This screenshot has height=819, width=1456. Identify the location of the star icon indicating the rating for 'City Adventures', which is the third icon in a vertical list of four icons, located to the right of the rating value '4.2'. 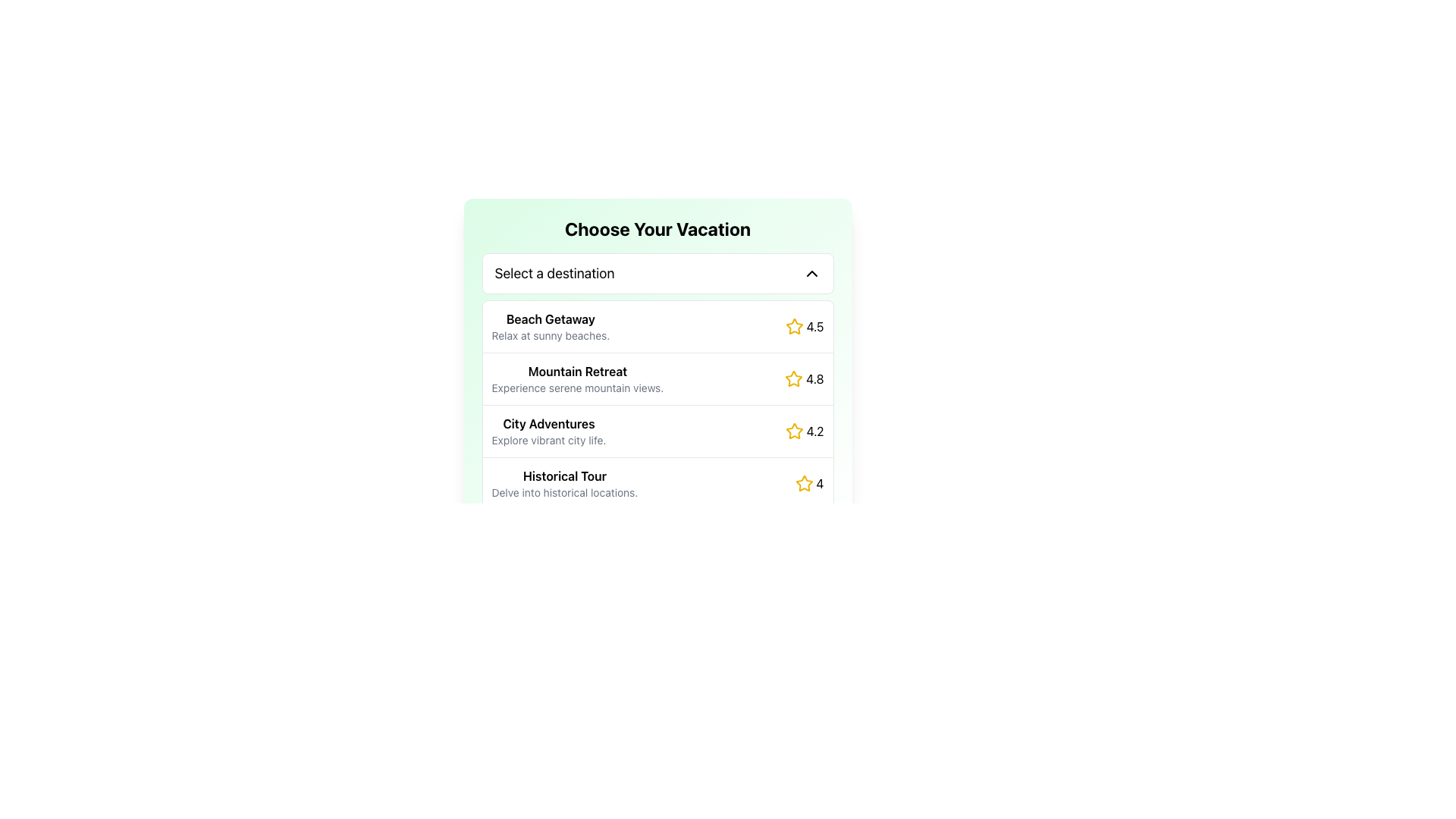
(803, 483).